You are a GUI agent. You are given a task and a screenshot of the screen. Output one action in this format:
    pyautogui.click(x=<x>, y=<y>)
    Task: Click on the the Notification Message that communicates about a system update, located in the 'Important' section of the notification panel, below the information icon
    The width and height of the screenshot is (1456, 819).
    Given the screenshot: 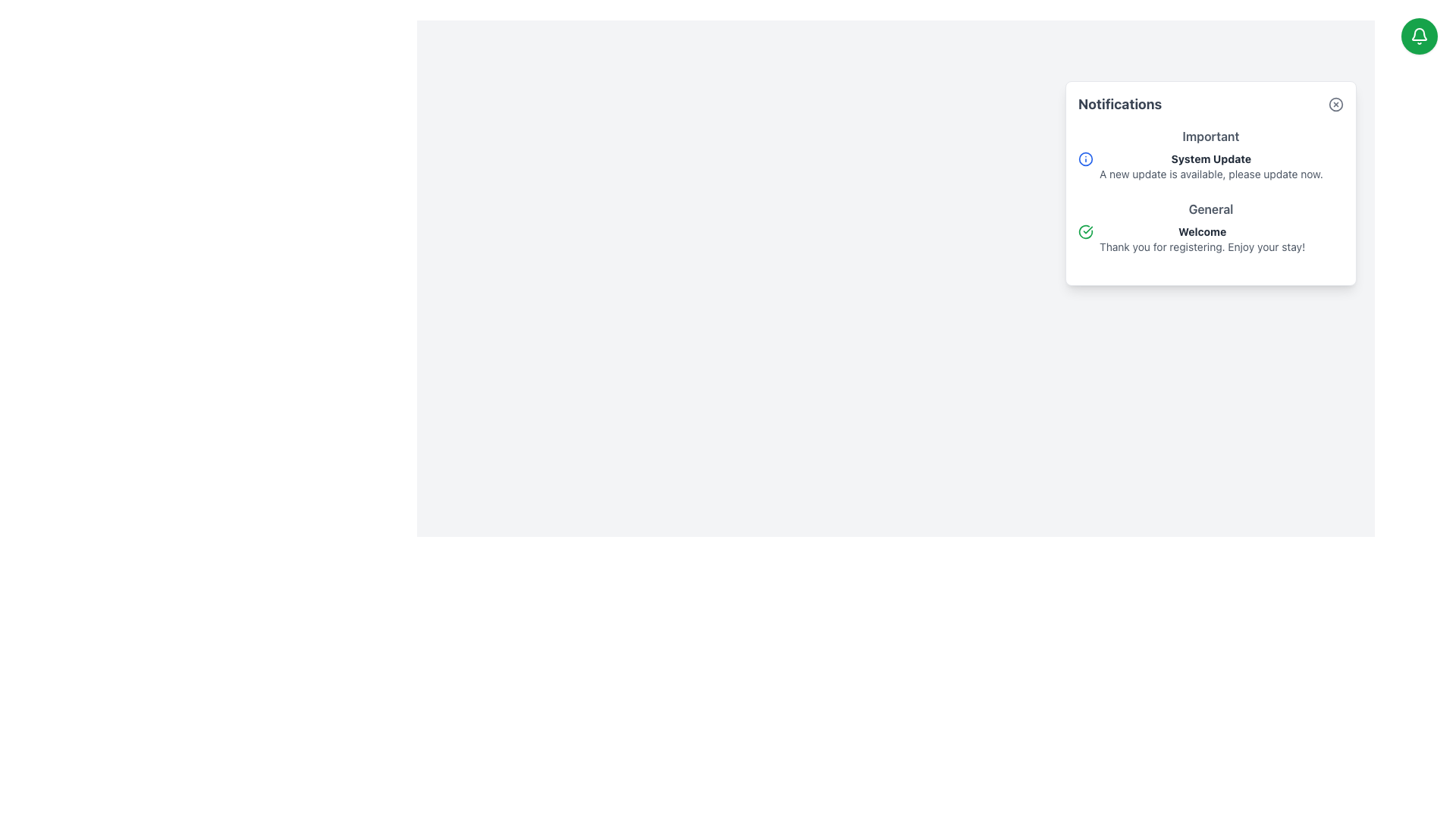 What is the action you would take?
    pyautogui.click(x=1210, y=166)
    